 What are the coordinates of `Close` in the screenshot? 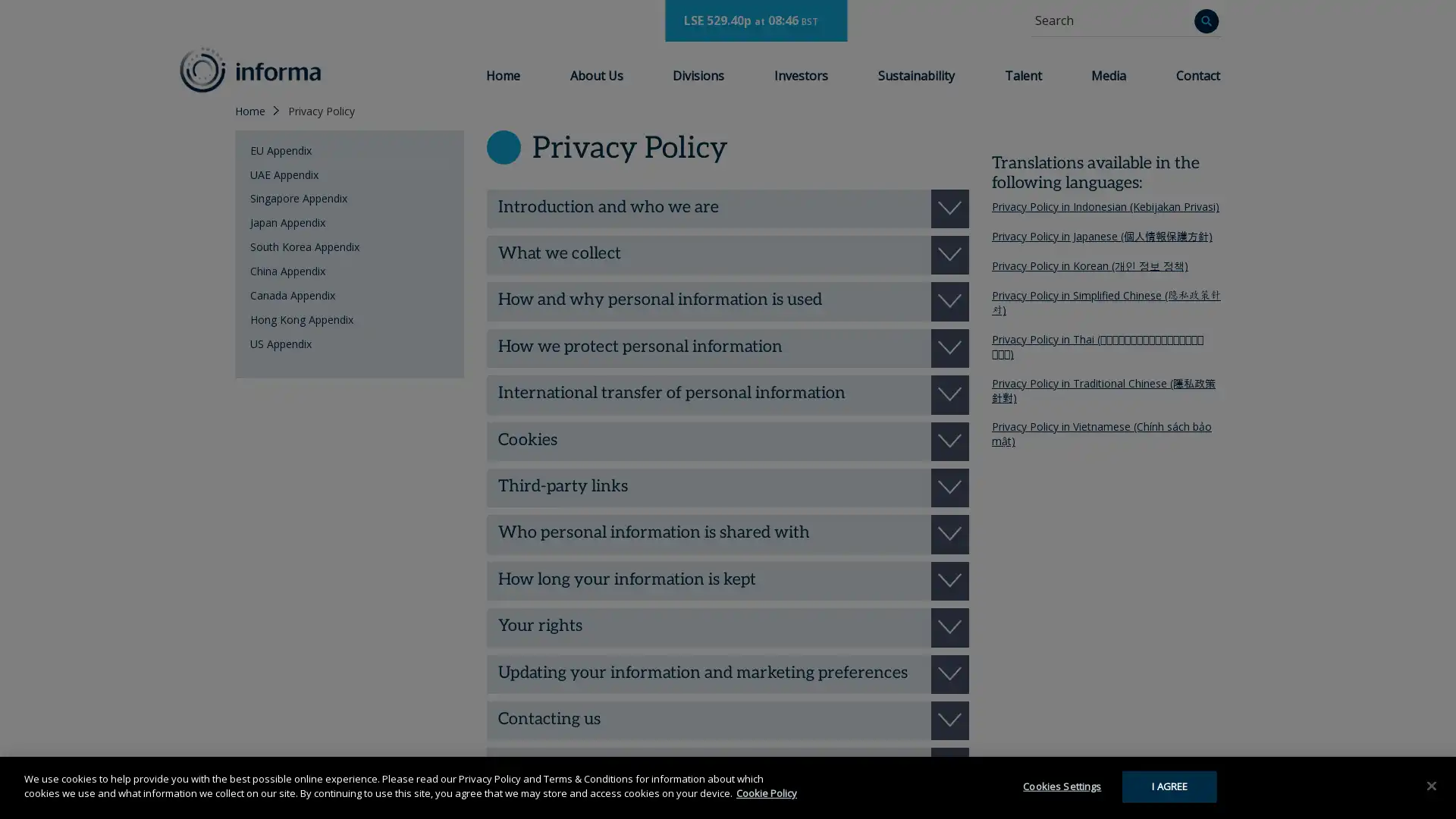 It's located at (1430, 785).